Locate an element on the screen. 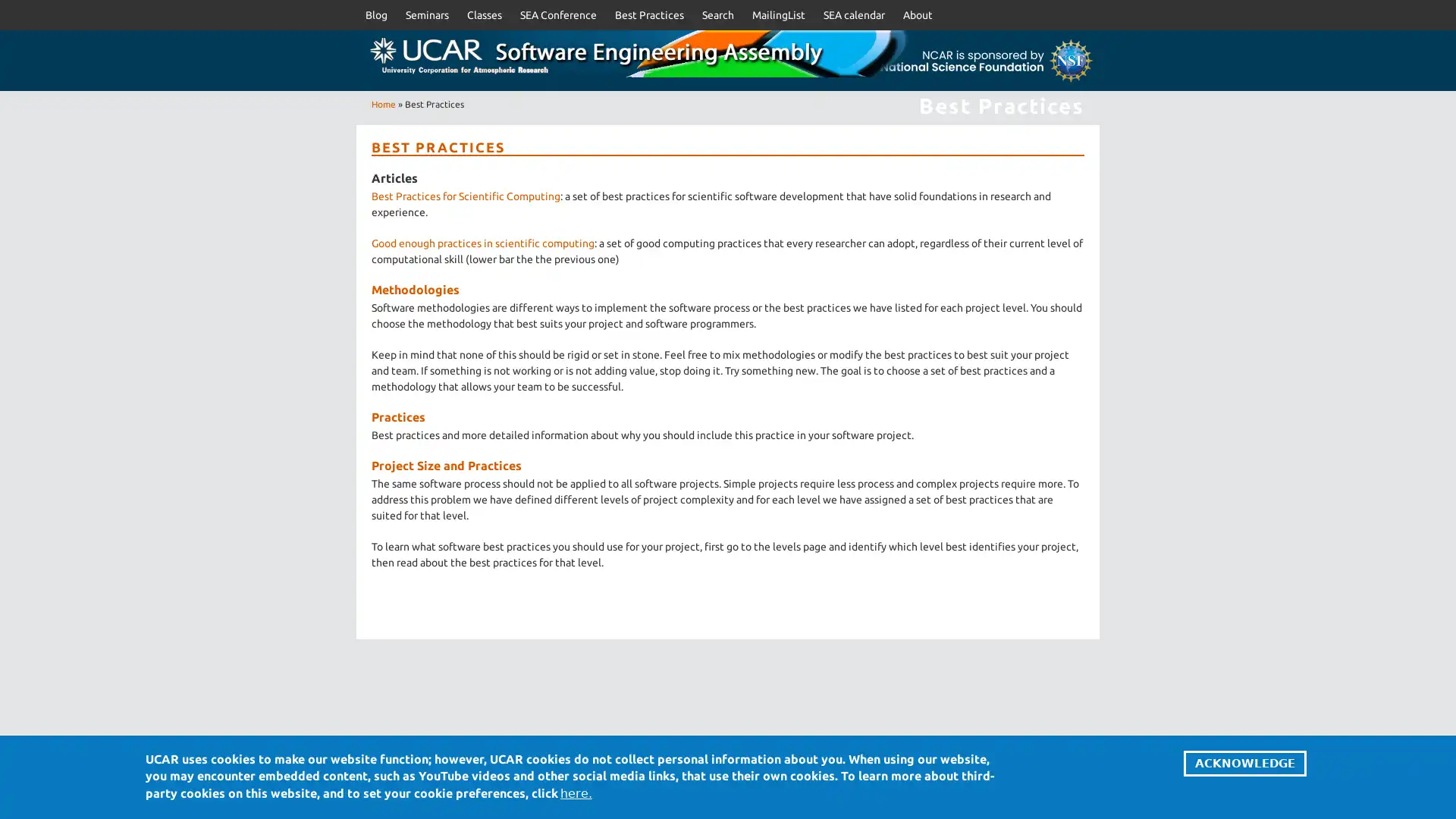 The height and width of the screenshot is (819, 1456). ACKNOWLEDGE is located at coordinates (1244, 763).